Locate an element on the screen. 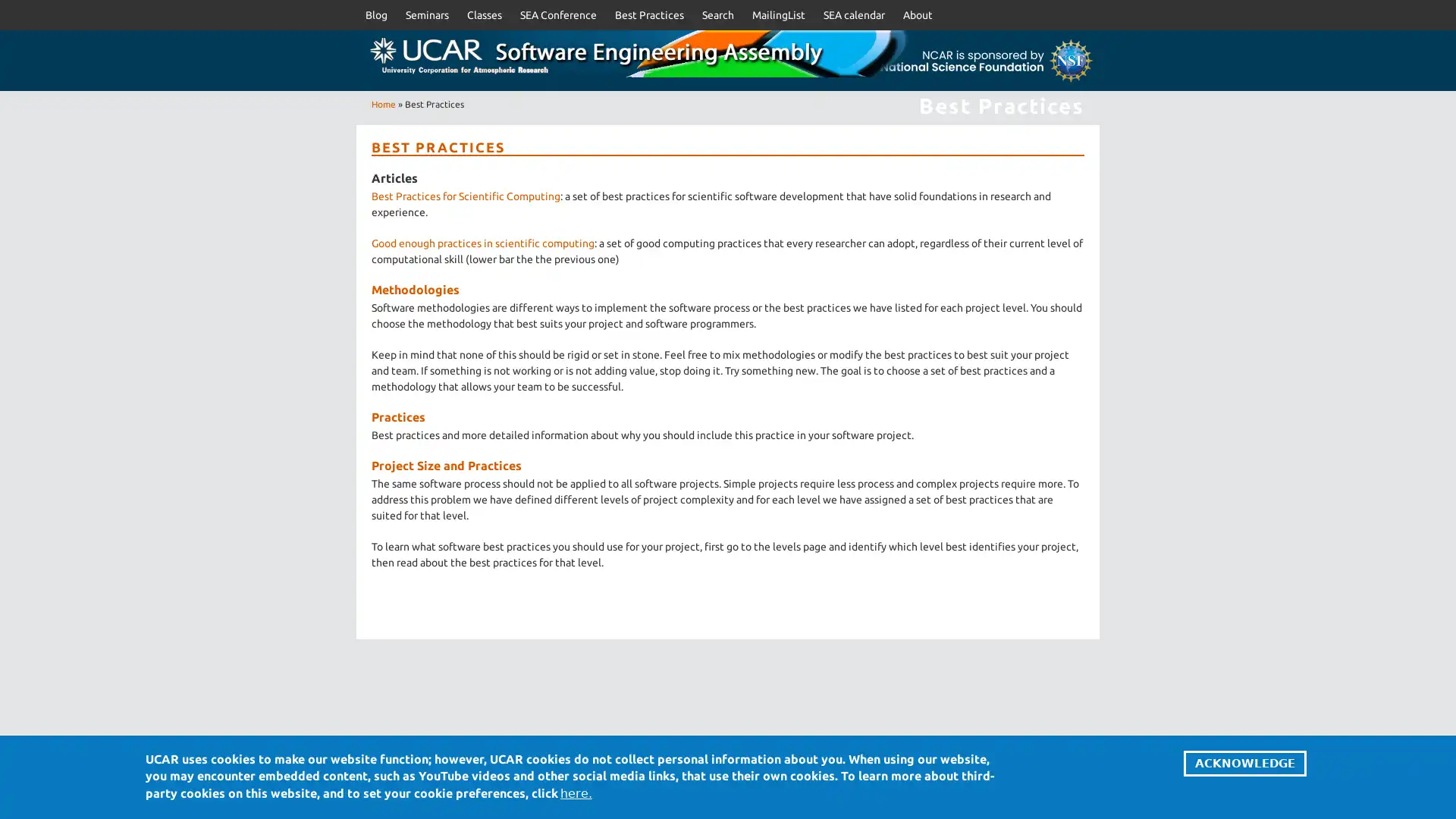 The height and width of the screenshot is (819, 1456). ACKNOWLEDGE is located at coordinates (1244, 763).